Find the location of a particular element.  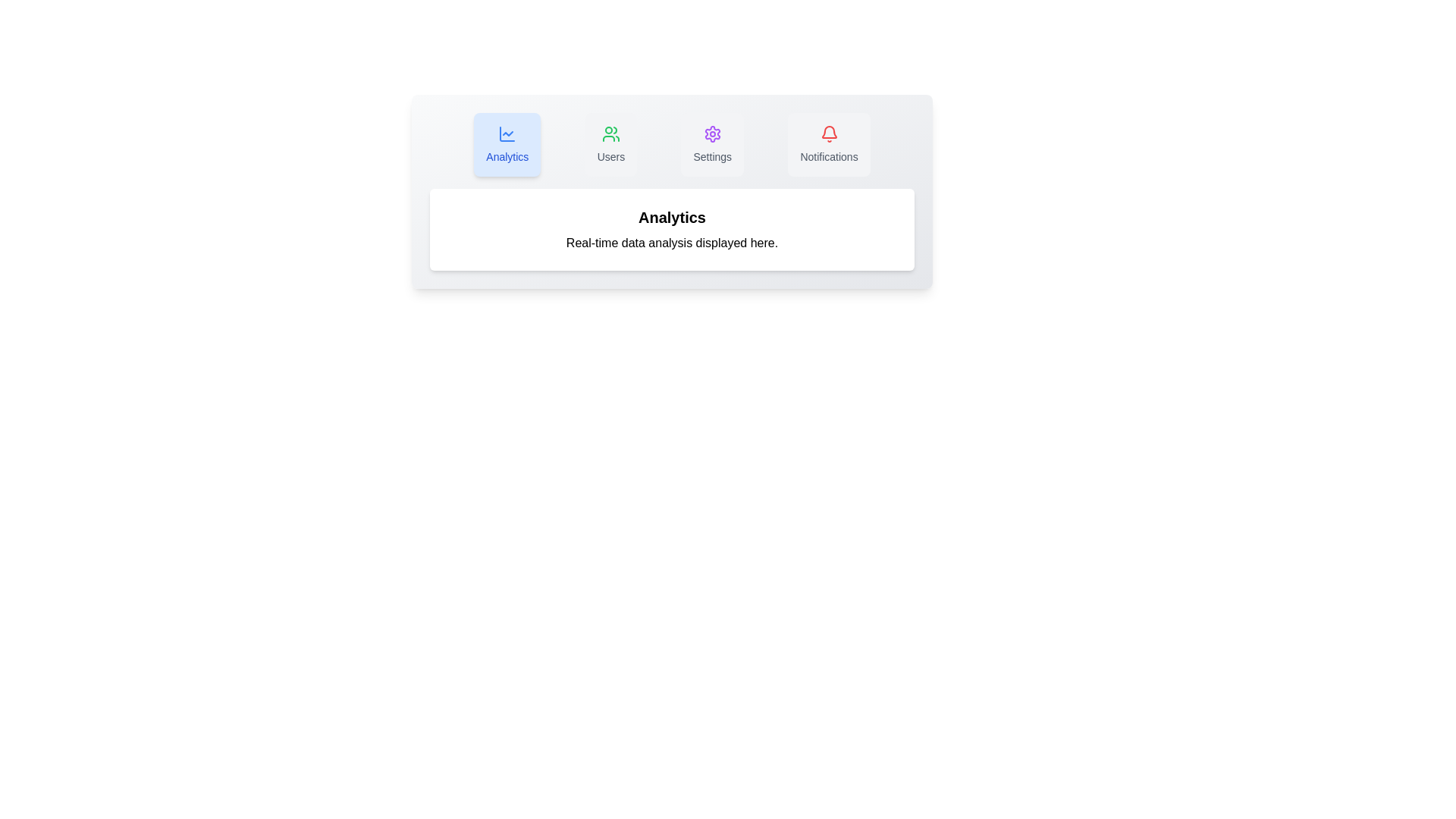

the Users tab to switch to it is located at coordinates (610, 145).